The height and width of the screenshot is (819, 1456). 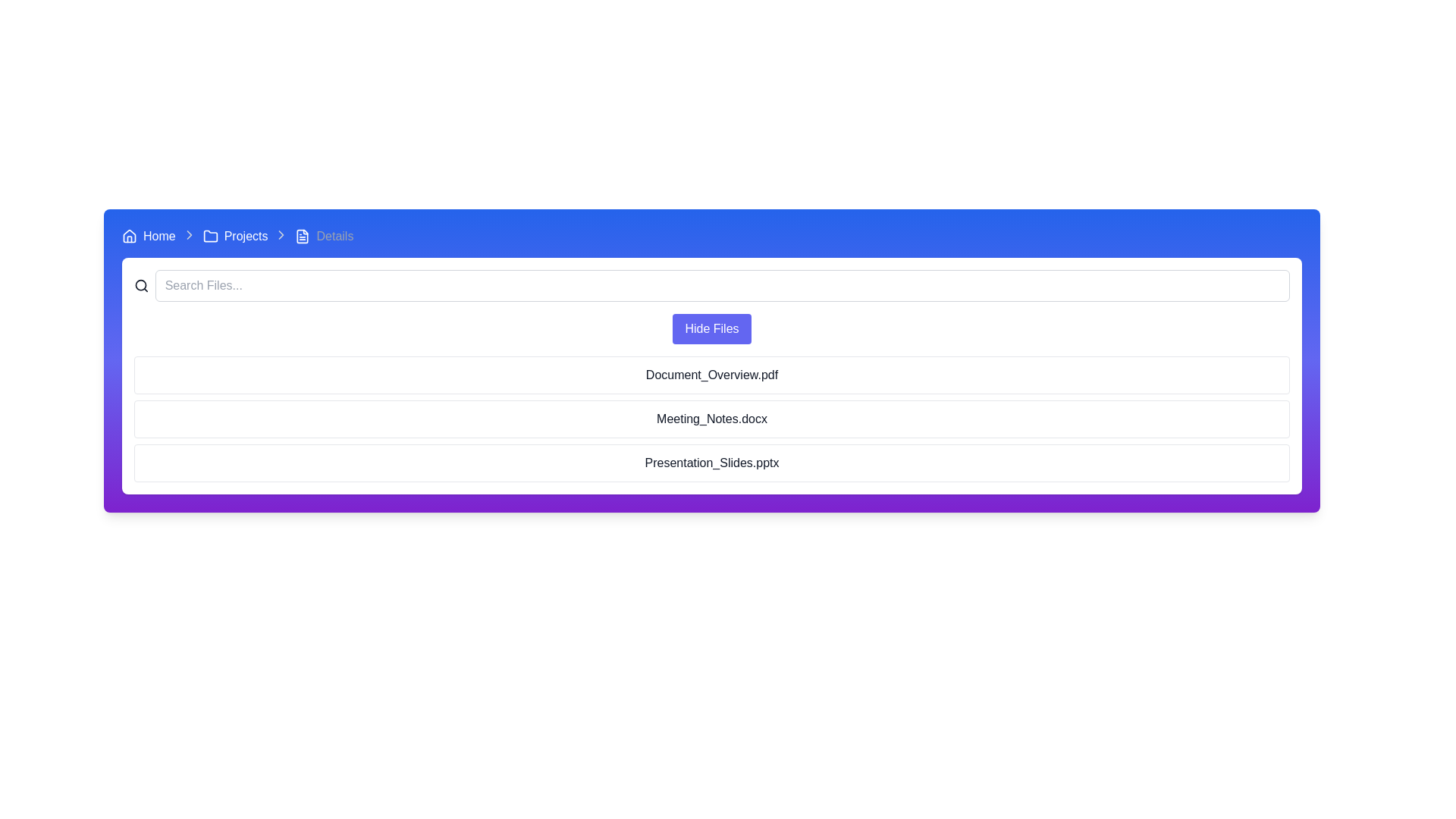 What do you see at coordinates (188, 237) in the screenshot?
I see `the Chevron icon located in the breadcrumb navigation bar between the 'Home' and 'Projects' labels` at bounding box center [188, 237].